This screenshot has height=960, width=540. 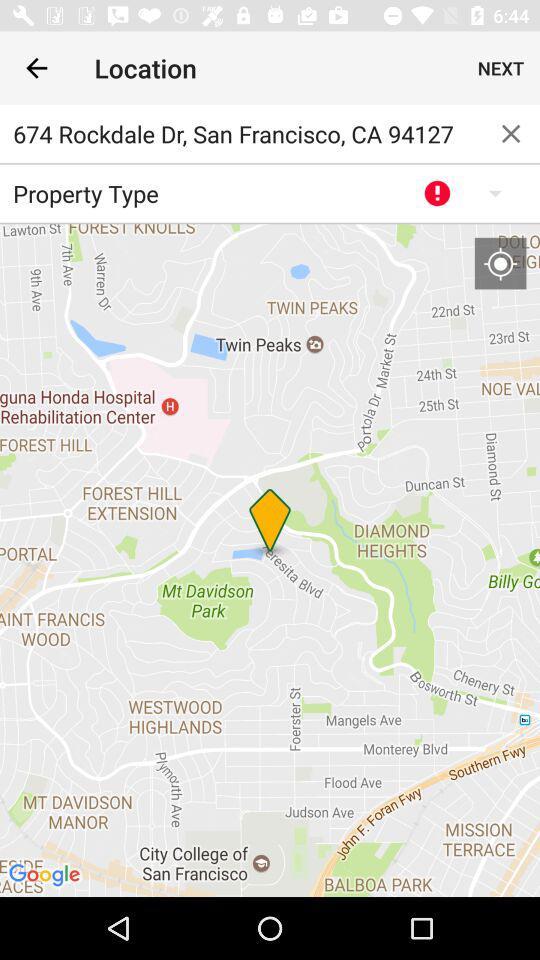 I want to click on the icon next to location icon, so click(x=500, y=68).